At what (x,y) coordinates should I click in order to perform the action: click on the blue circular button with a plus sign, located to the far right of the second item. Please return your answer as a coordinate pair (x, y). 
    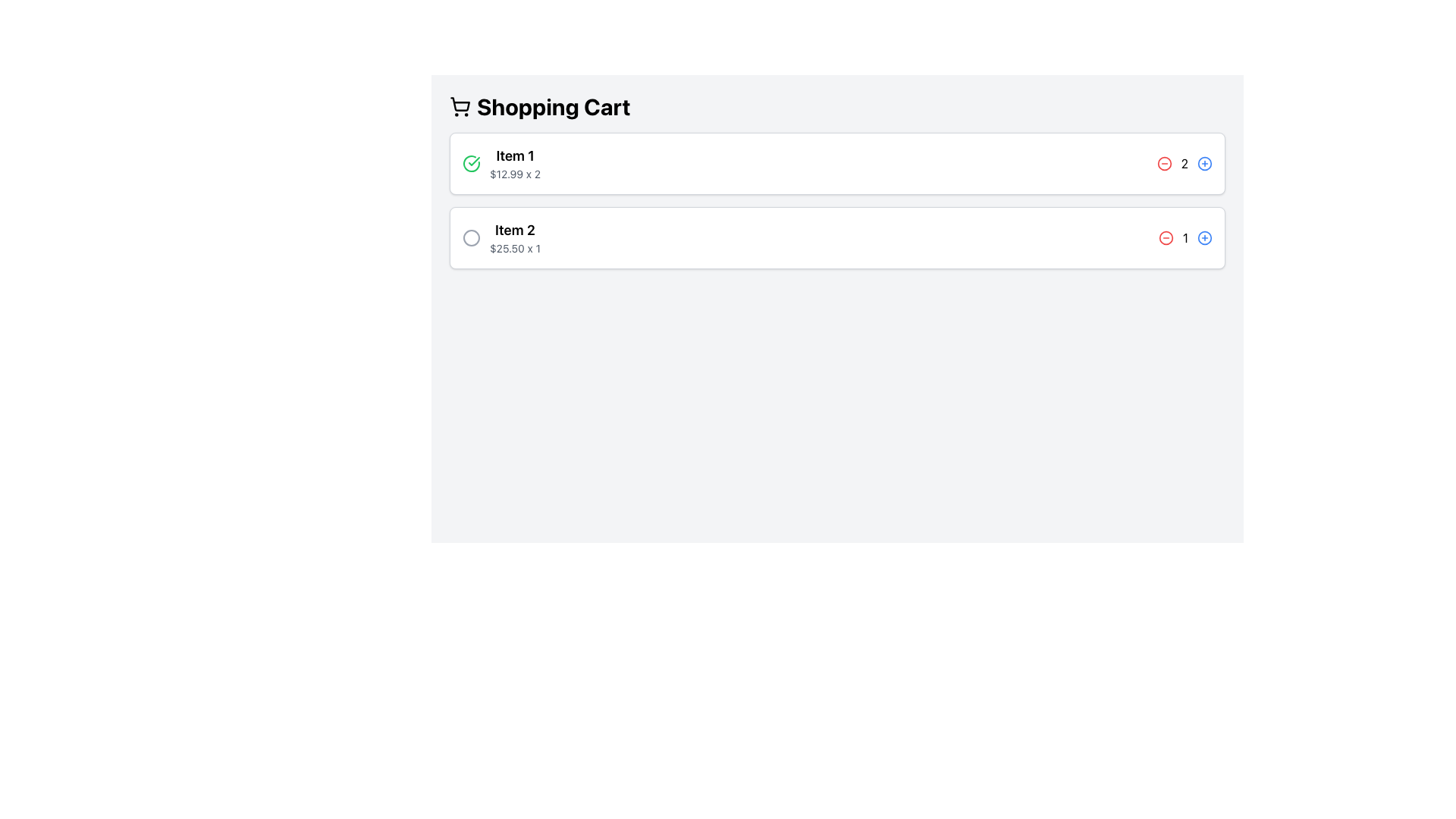
    Looking at the image, I should click on (1203, 237).